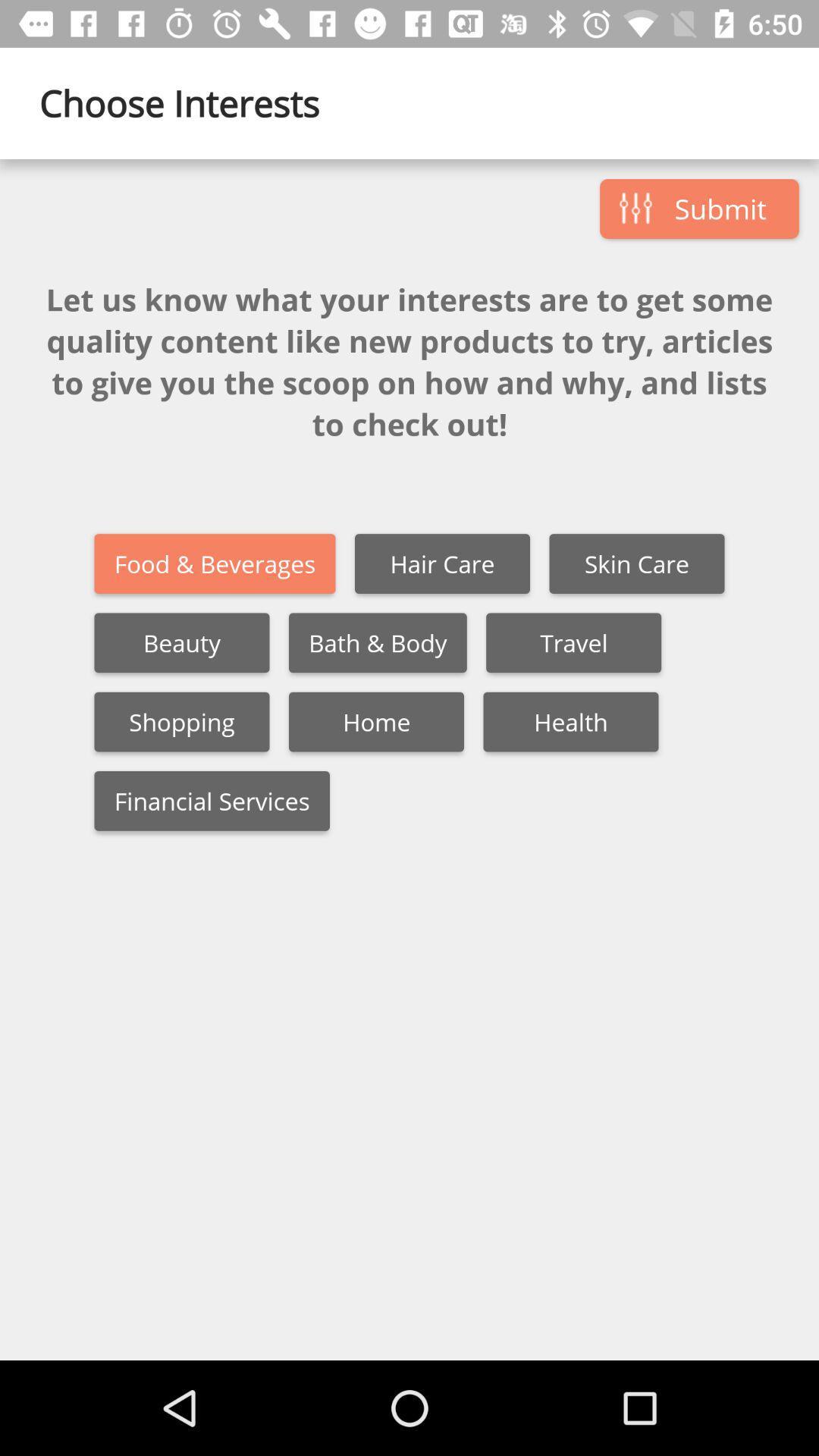 Image resolution: width=819 pixels, height=1456 pixels. What do you see at coordinates (377, 642) in the screenshot?
I see `the bath & body item` at bounding box center [377, 642].